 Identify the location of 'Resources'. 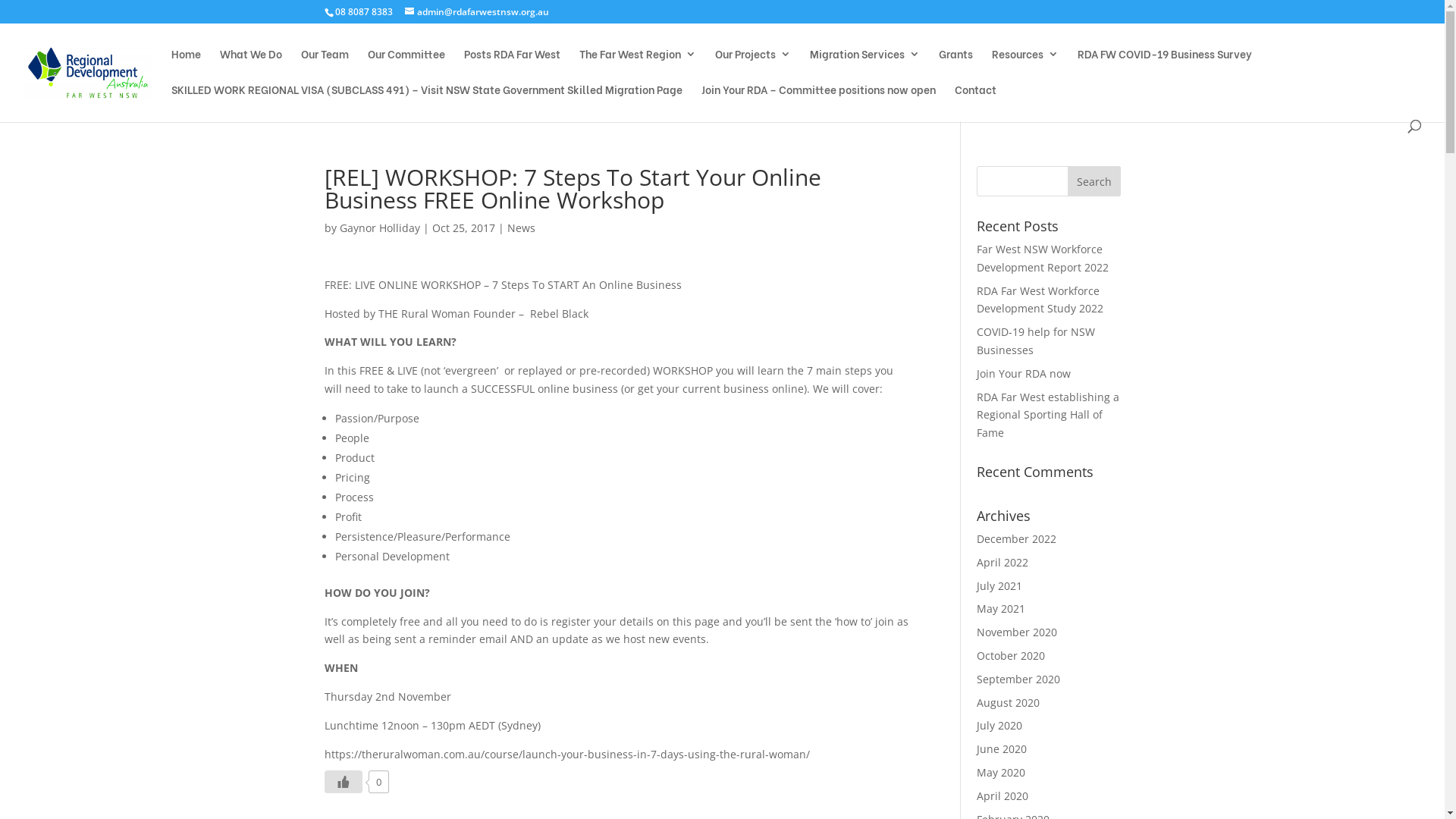
(992, 65).